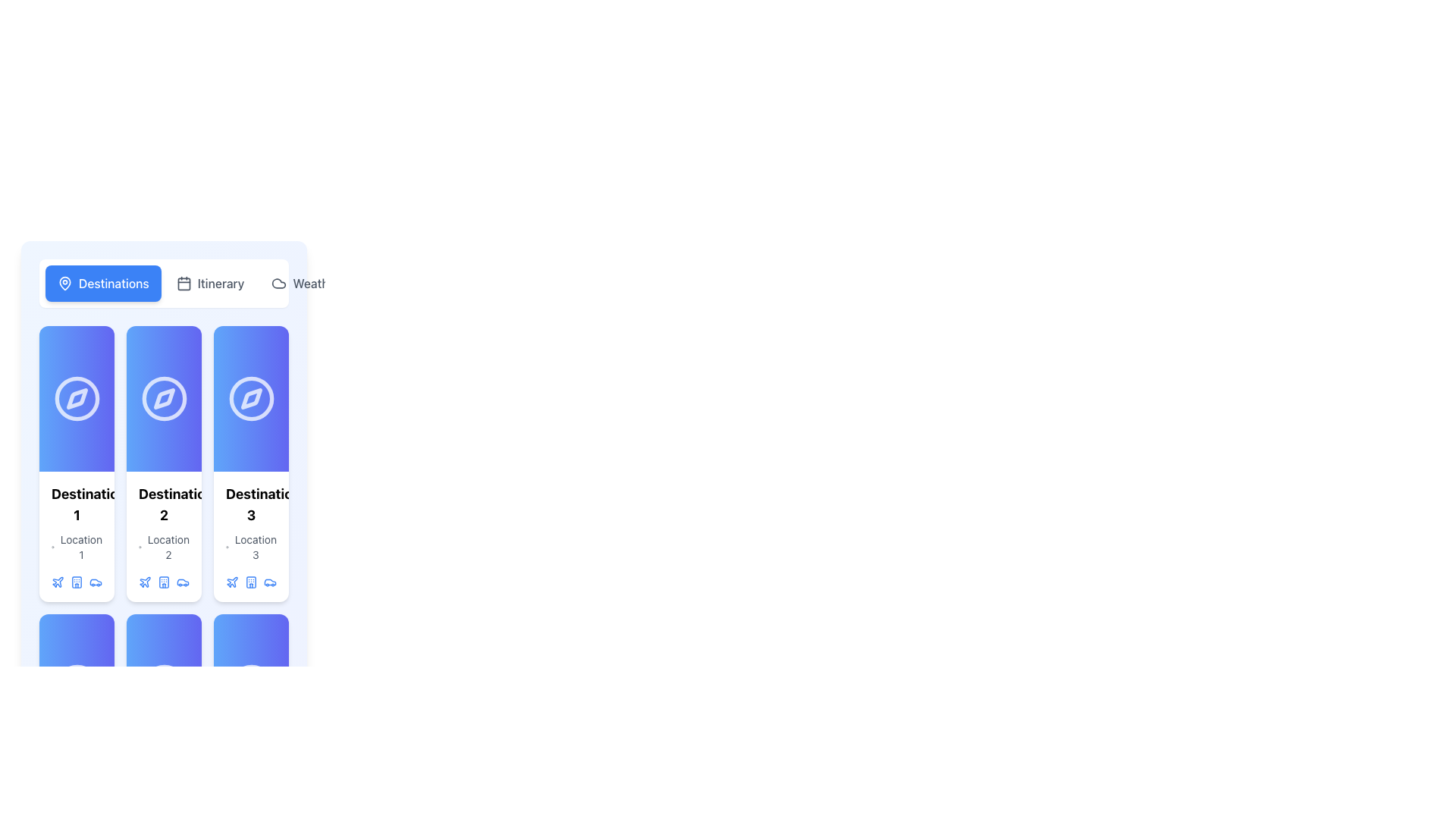 The width and height of the screenshot is (1456, 819). I want to click on the map pin icon SVG graphic located in the upper region of the interface, part of the destination tab, specifically near the left side of the horizontal navigation bar, so click(64, 283).